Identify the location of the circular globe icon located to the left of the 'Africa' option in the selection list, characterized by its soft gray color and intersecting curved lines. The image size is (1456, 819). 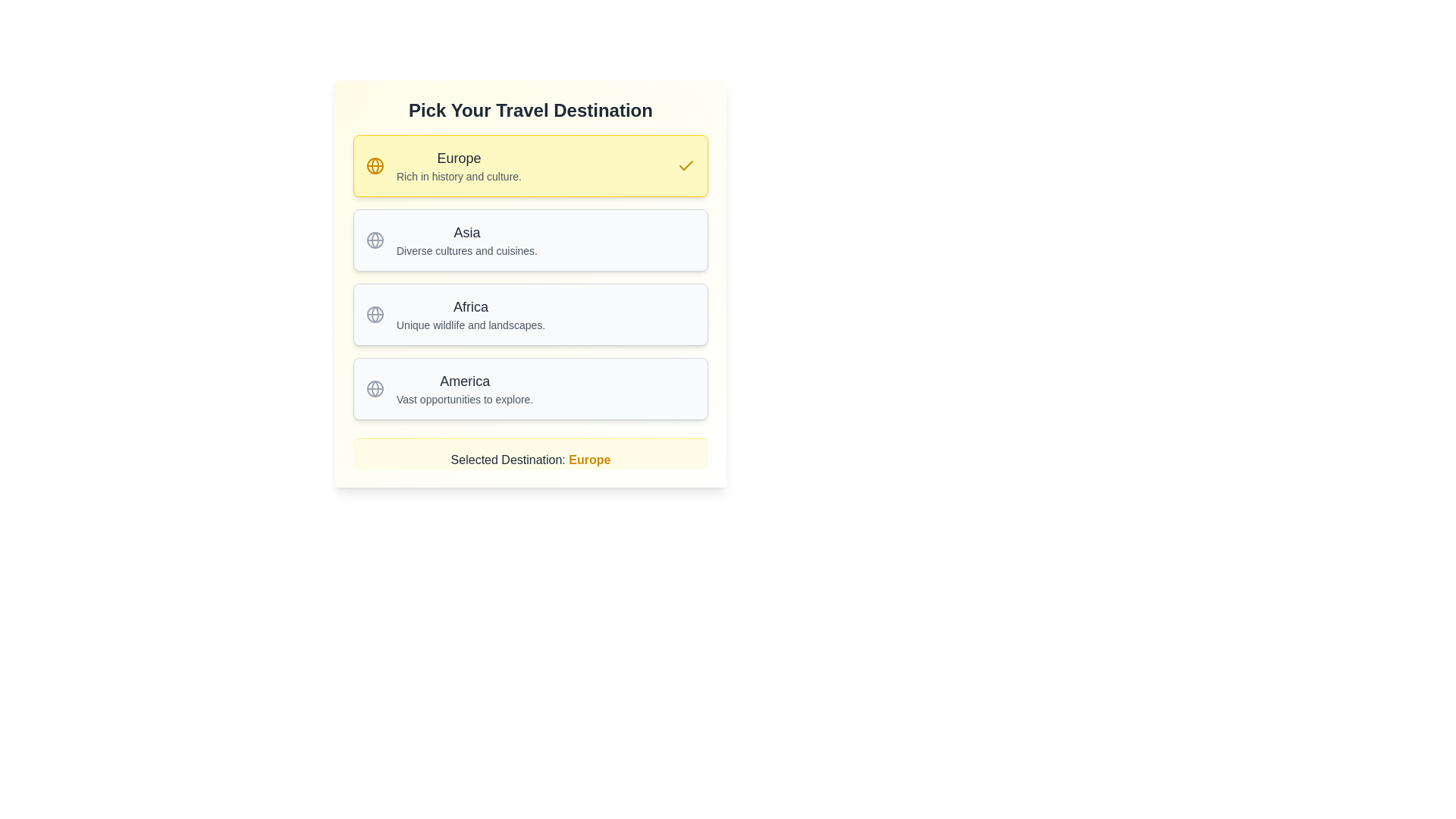
(375, 314).